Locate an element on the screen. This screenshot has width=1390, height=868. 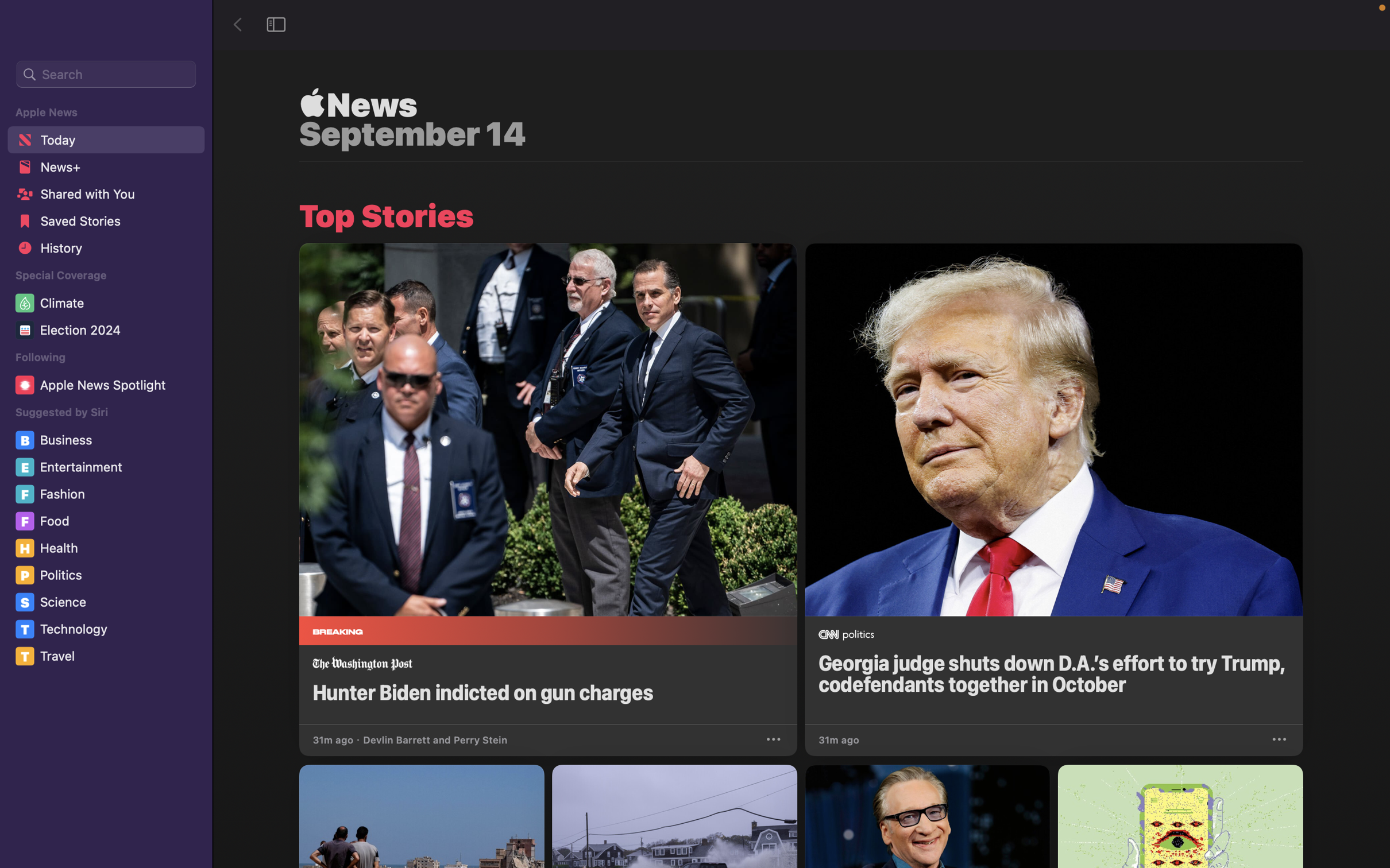
and click on the "Entertainment" segment is located at coordinates (107, 467).